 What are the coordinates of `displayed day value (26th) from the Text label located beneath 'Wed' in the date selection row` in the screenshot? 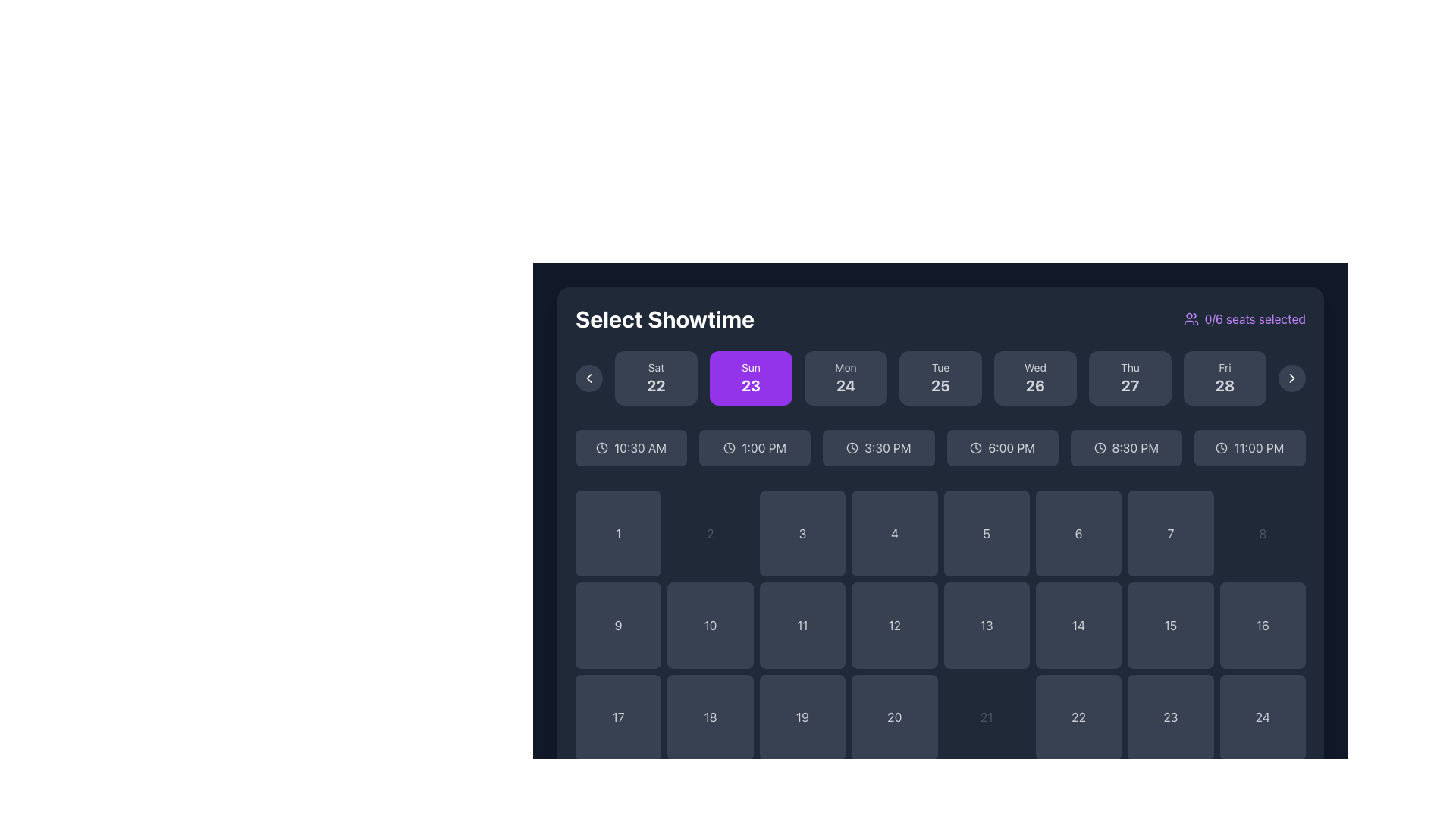 It's located at (1034, 385).